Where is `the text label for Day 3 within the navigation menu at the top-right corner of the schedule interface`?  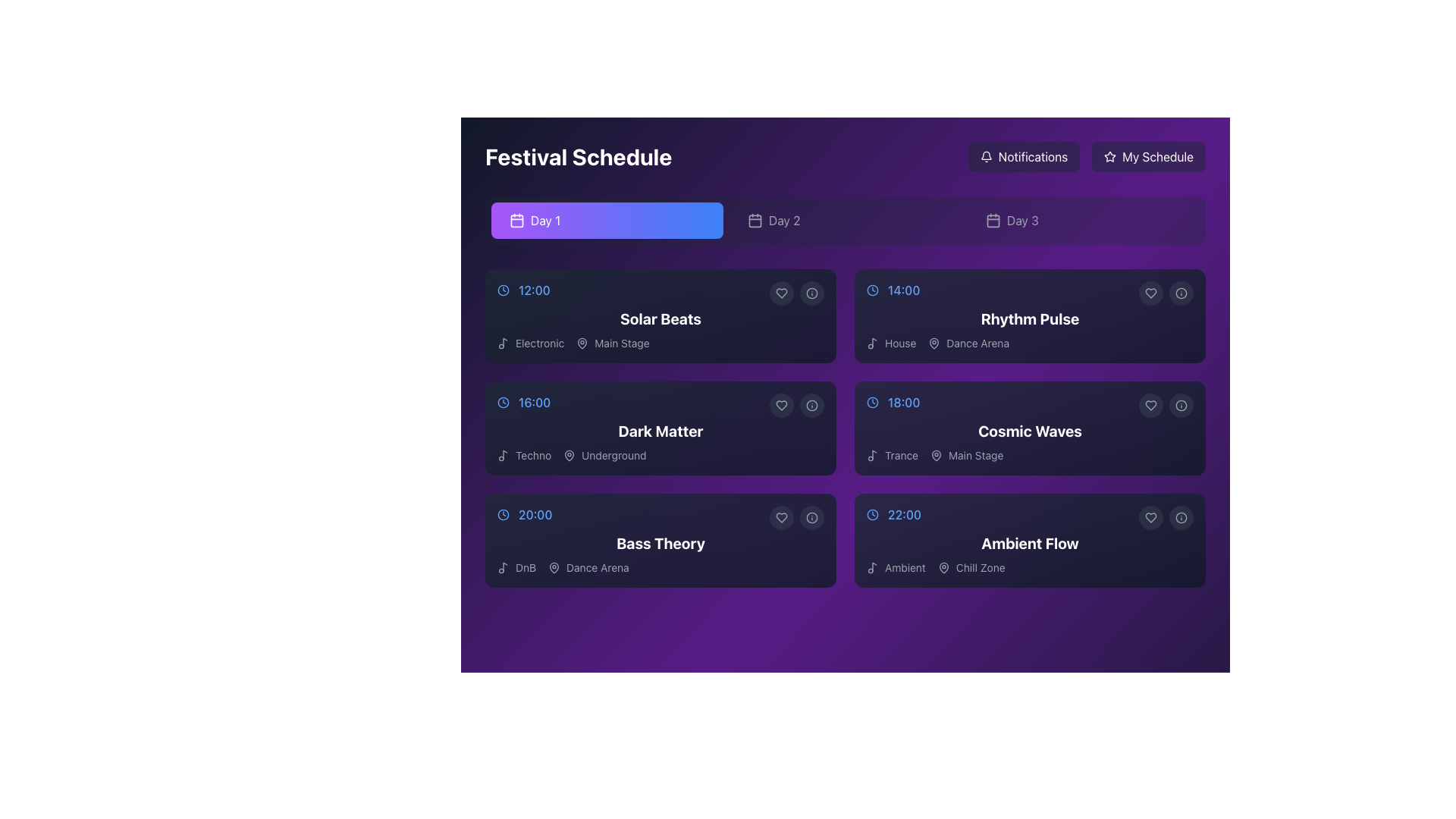 the text label for Day 3 within the navigation menu at the top-right corner of the schedule interface is located at coordinates (1022, 220).